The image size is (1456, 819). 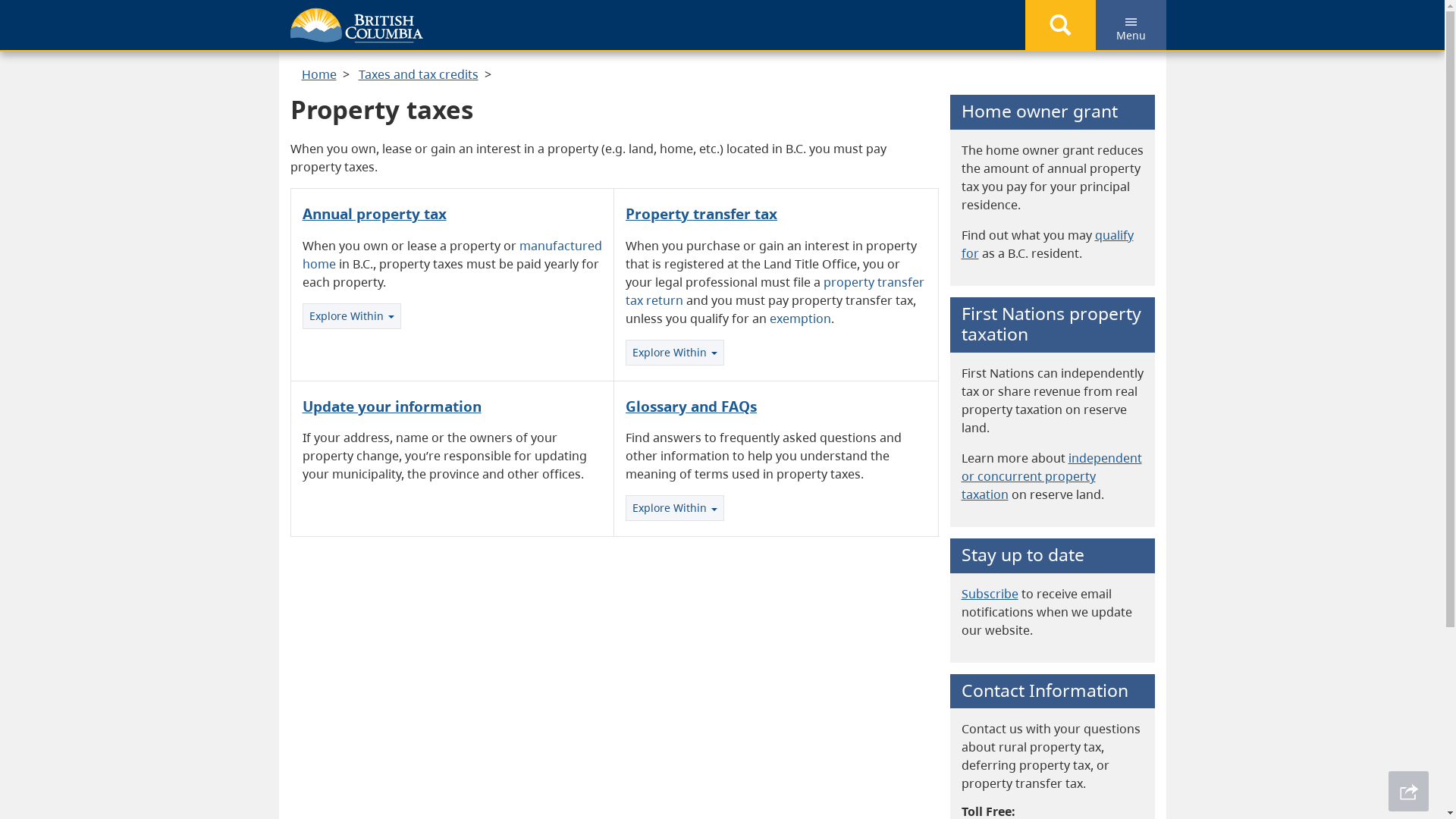 I want to click on 'Glossary and FAQs', so click(x=690, y=405).